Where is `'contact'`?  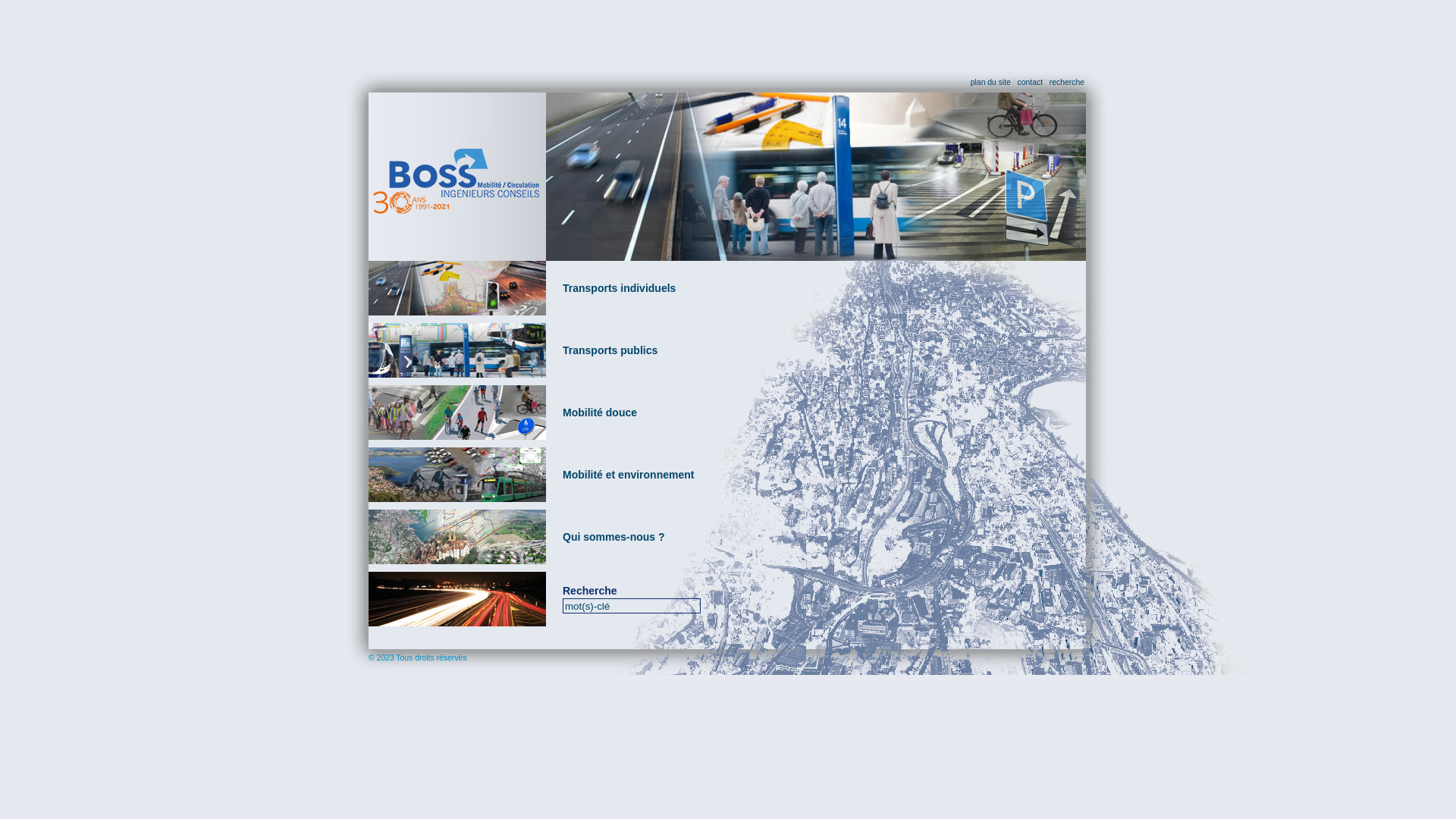
'contact' is located at coordinates (1018, 82).